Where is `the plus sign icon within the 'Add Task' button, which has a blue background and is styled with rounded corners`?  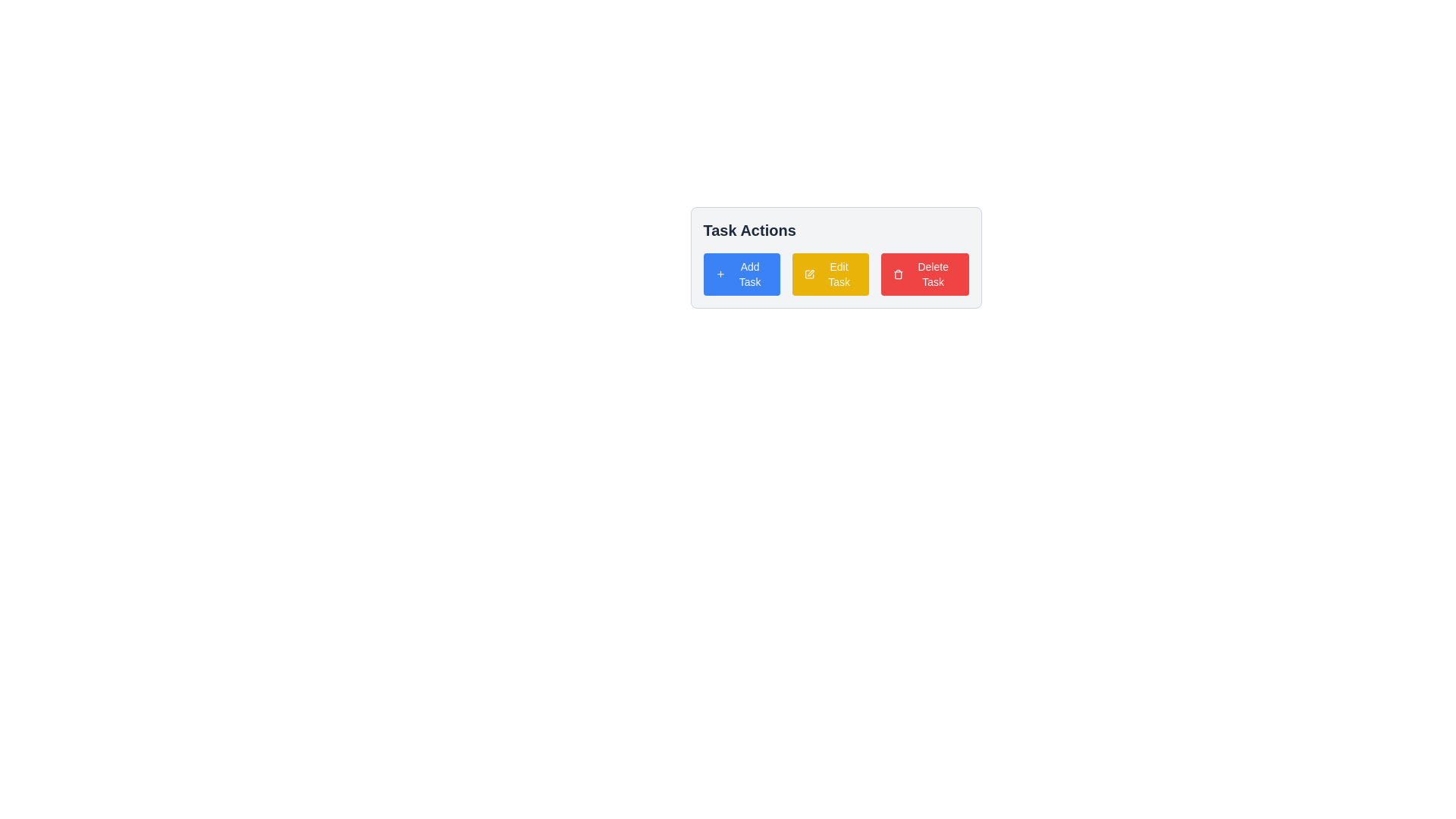 the plus sign icon within the 'Add Task' button, which has a blue background and is styled with rounded corners is located at coordinates (720, 275).